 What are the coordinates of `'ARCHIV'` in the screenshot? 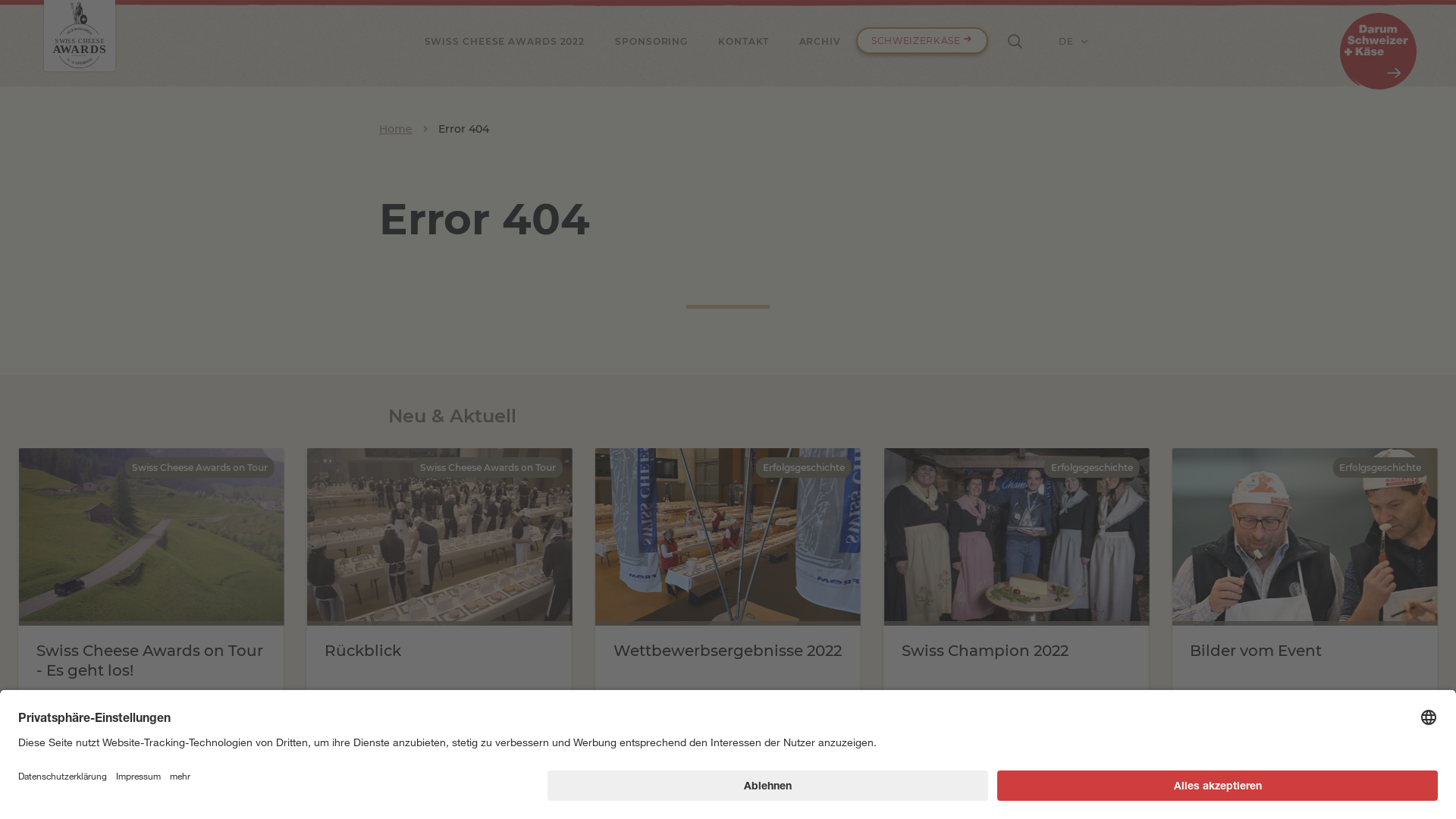 It's located at (819, 40).